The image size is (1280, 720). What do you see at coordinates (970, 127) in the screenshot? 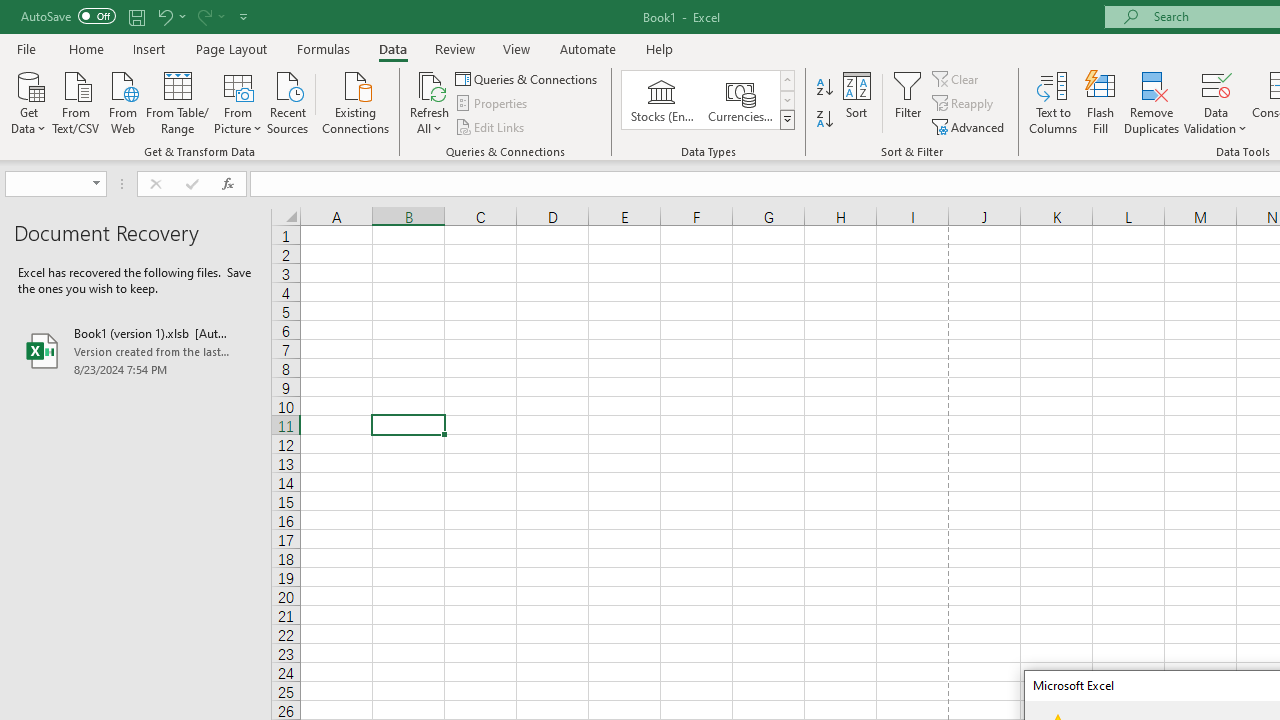
I see `'Advanced...'` at bounding box center [970, 127].